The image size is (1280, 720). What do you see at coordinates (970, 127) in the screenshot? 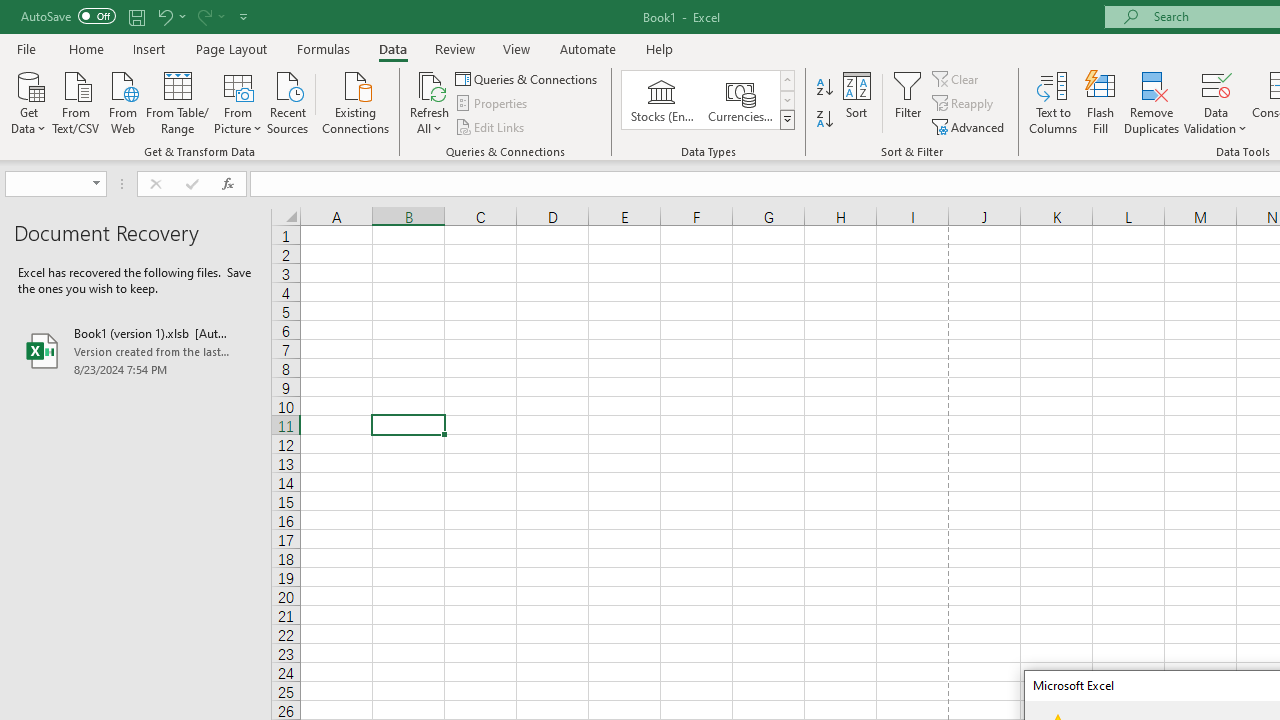
I see `'Advanced...'` at bounding box center [970, 127].